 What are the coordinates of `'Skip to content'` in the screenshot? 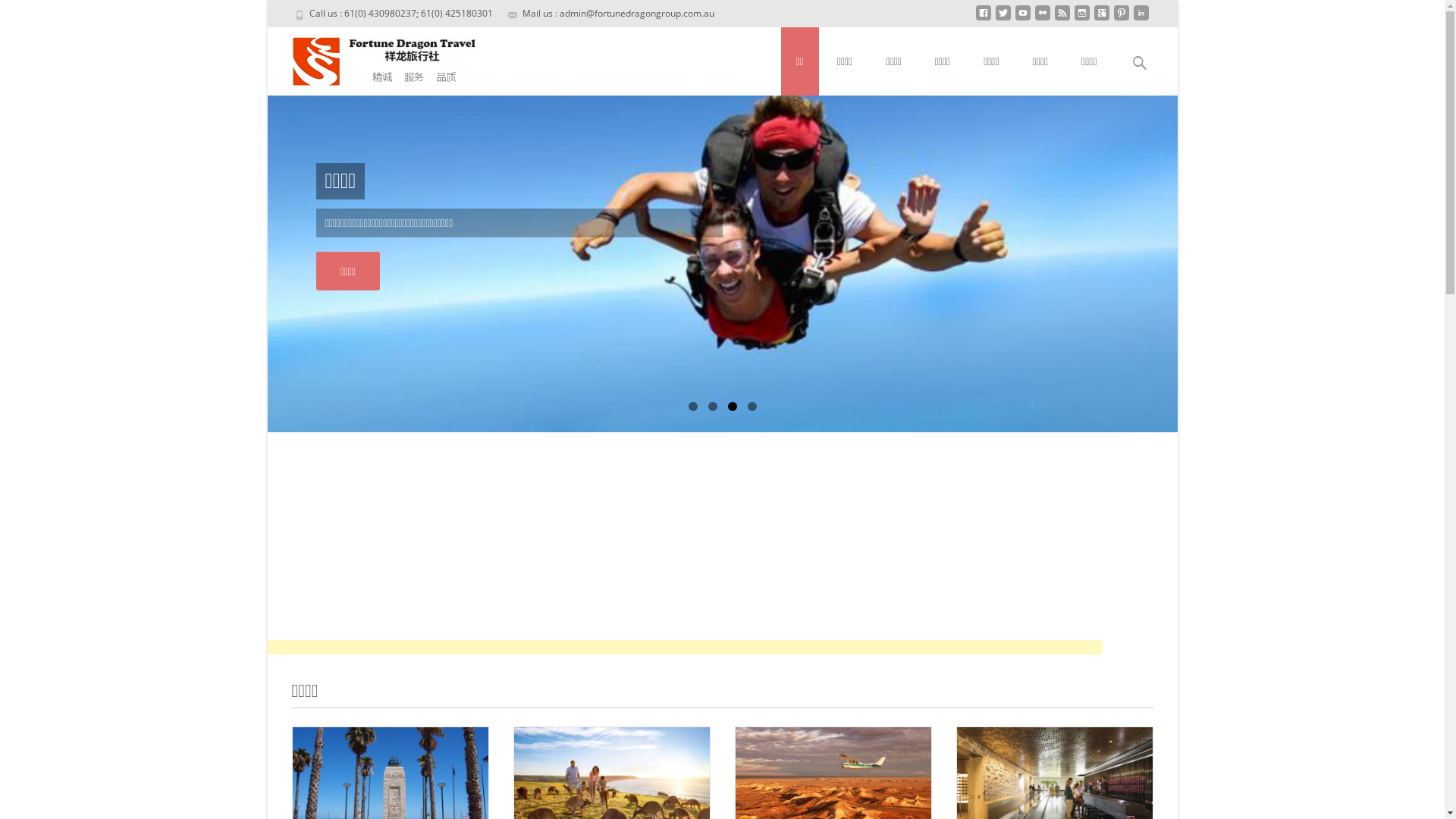 It's located at (781, 36).